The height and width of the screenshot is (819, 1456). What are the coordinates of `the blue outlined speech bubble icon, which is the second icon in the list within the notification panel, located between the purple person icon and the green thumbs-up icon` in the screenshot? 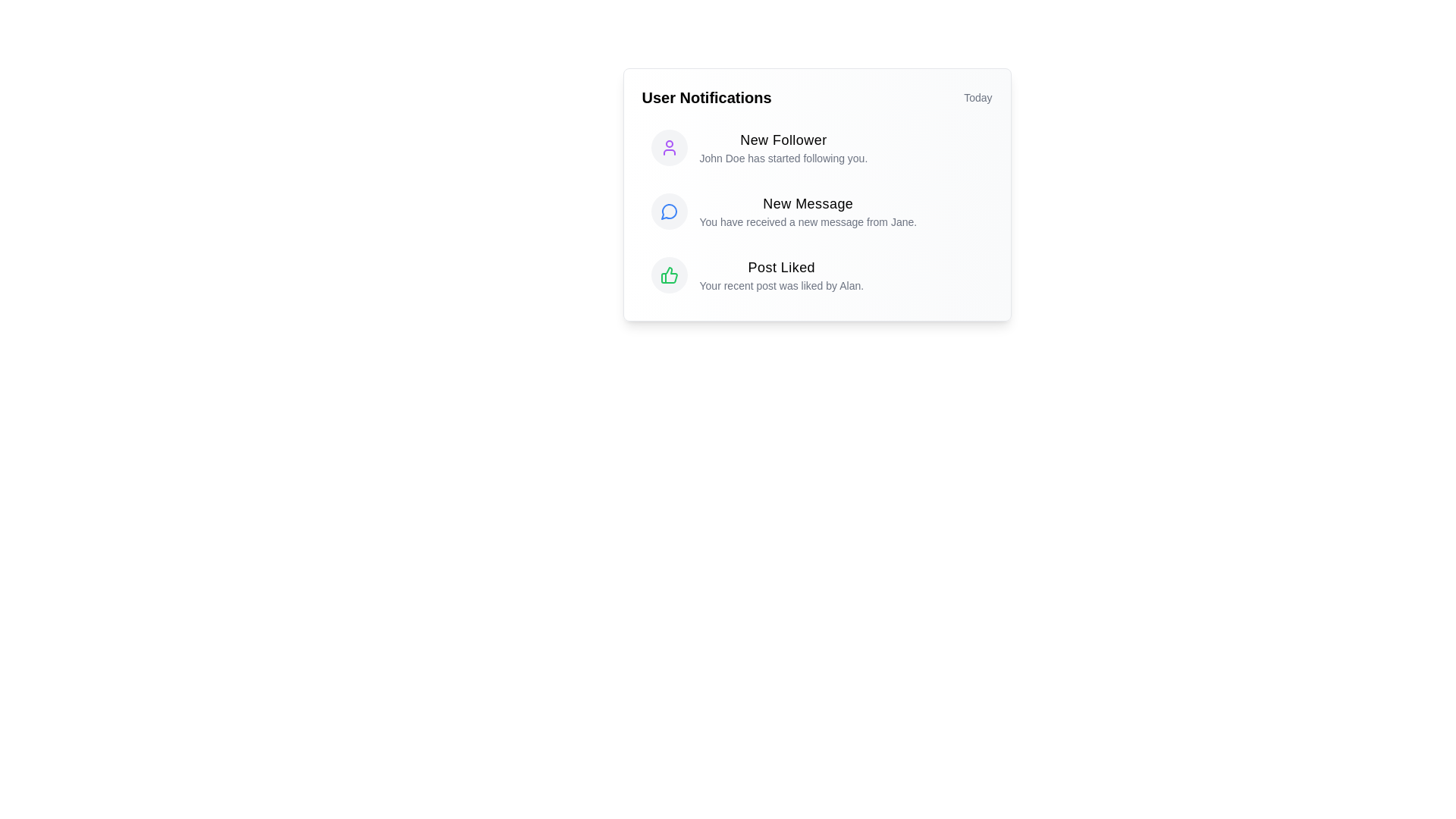 It's located at (668, 211).